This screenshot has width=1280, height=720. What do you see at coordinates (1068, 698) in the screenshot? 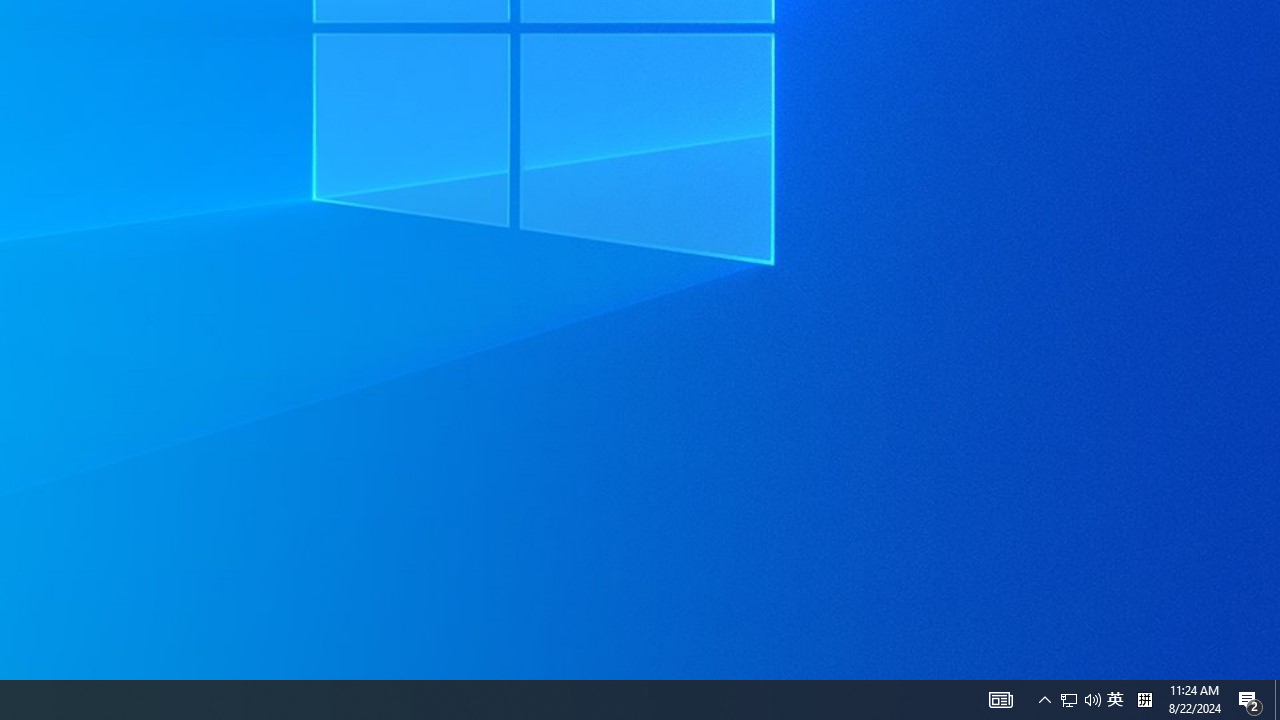
I see `'User Promoted Notification Area'` at bounding box center [1068, 698].